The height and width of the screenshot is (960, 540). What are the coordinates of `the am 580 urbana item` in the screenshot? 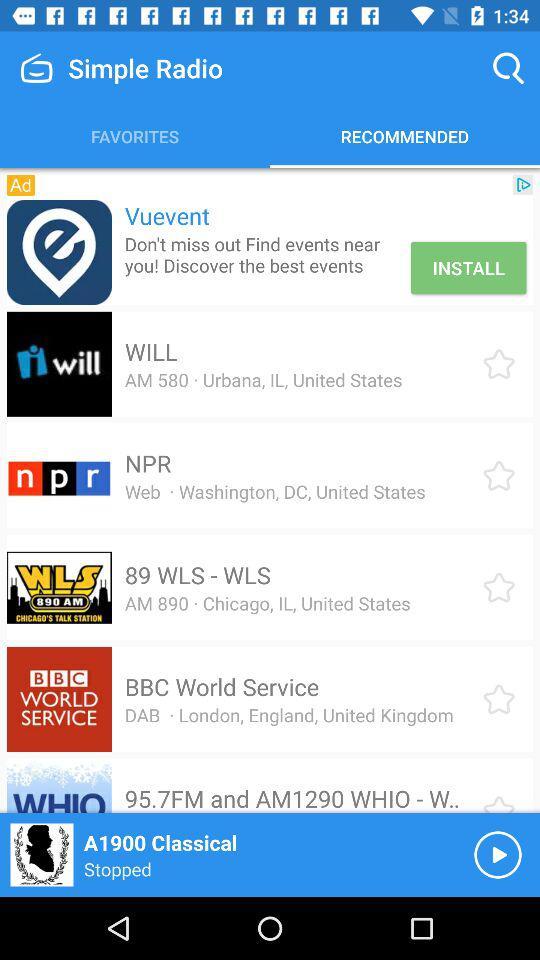 It's located at (263, 378).